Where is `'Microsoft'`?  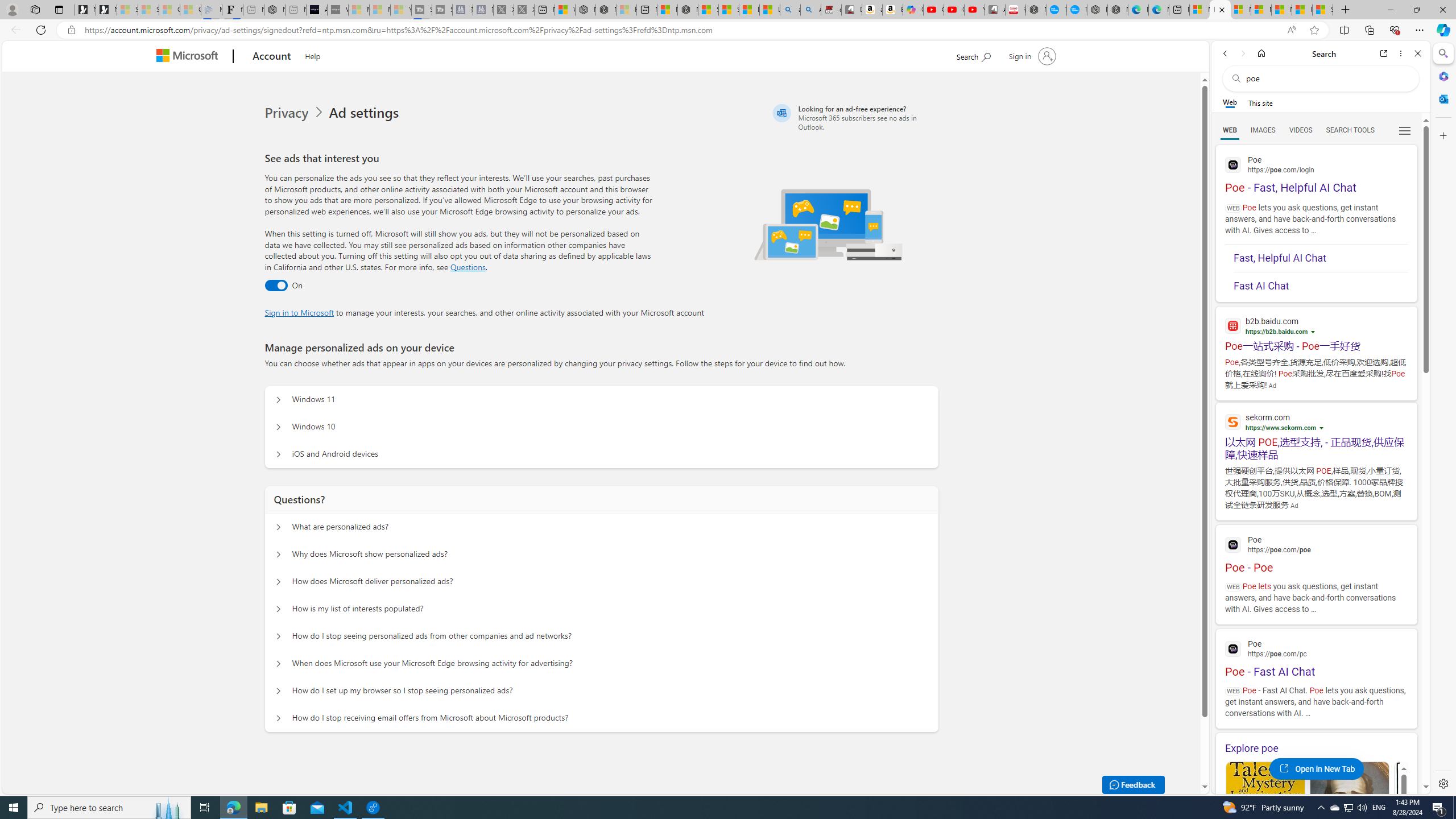 'Microsoft' is located at coordinates (190, 56).